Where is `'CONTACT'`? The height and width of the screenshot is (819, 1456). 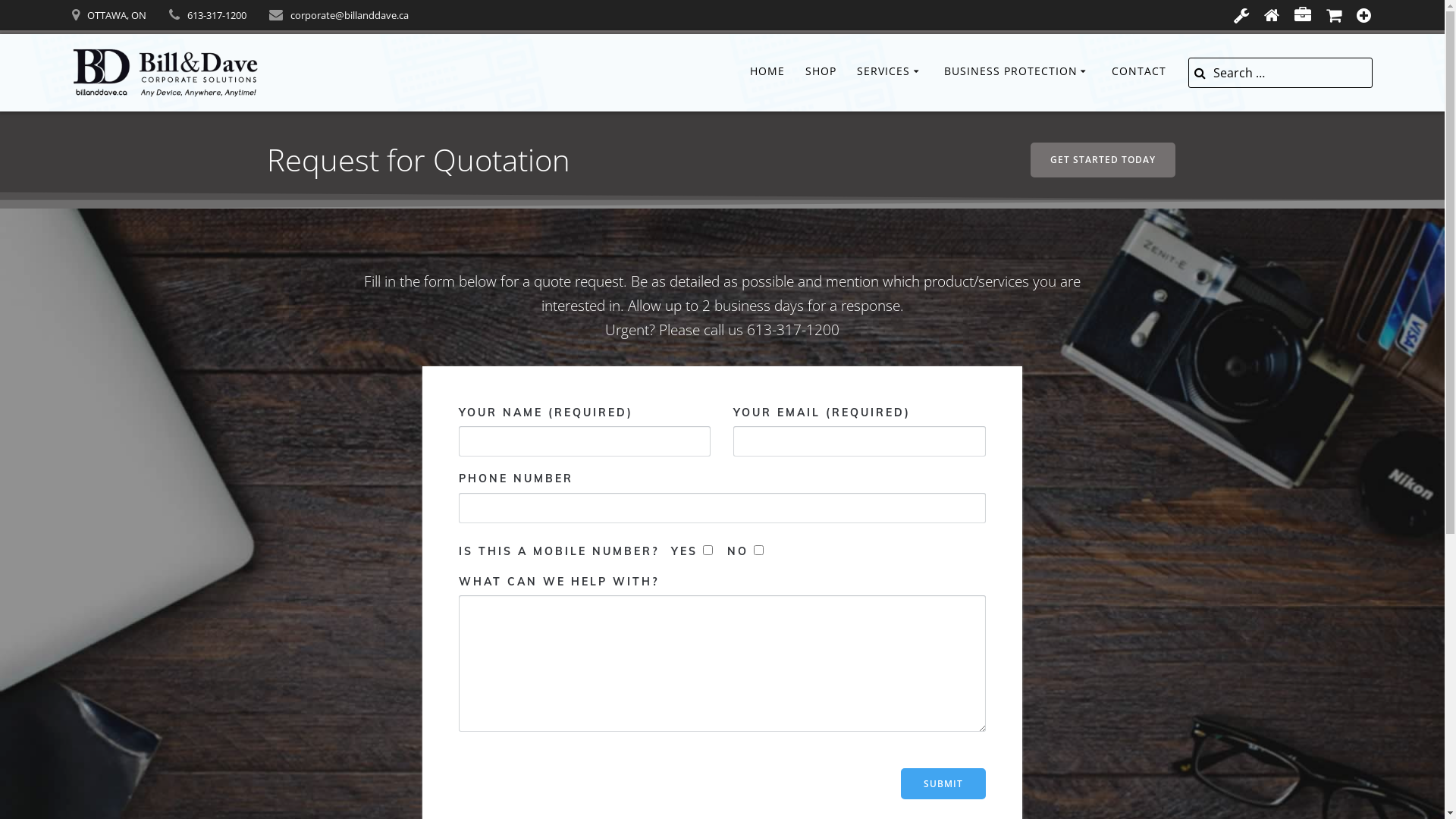
'CONTACT' is located at coordinates (1139, 72).